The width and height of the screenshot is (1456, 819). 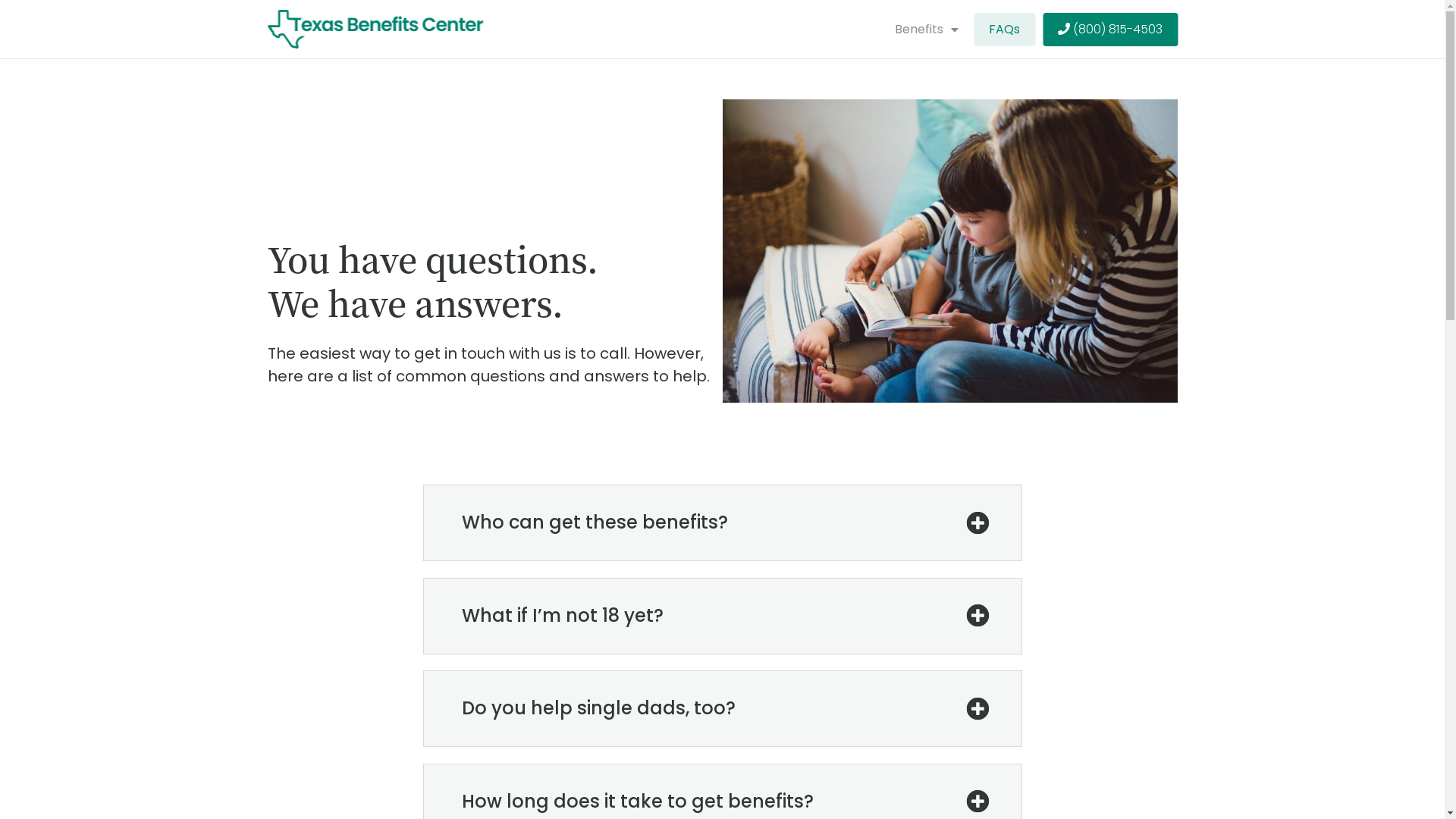 What do you see at coordinates (1004, 29) in the screenshot?
I see `'FAQs'` at bounding box center [1004, 29].